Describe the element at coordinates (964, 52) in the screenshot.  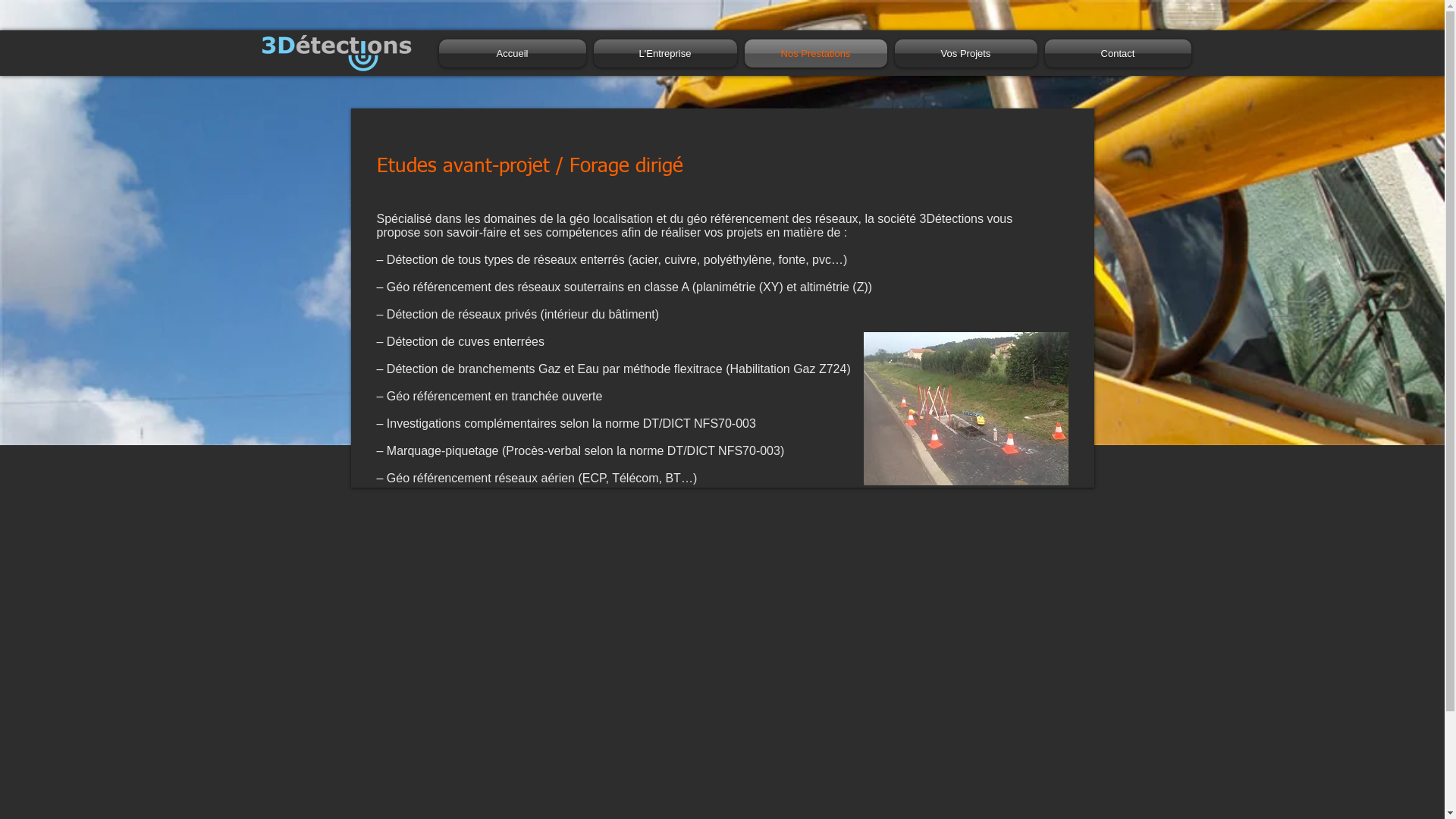
I see `'Vos Projets'` at that location.